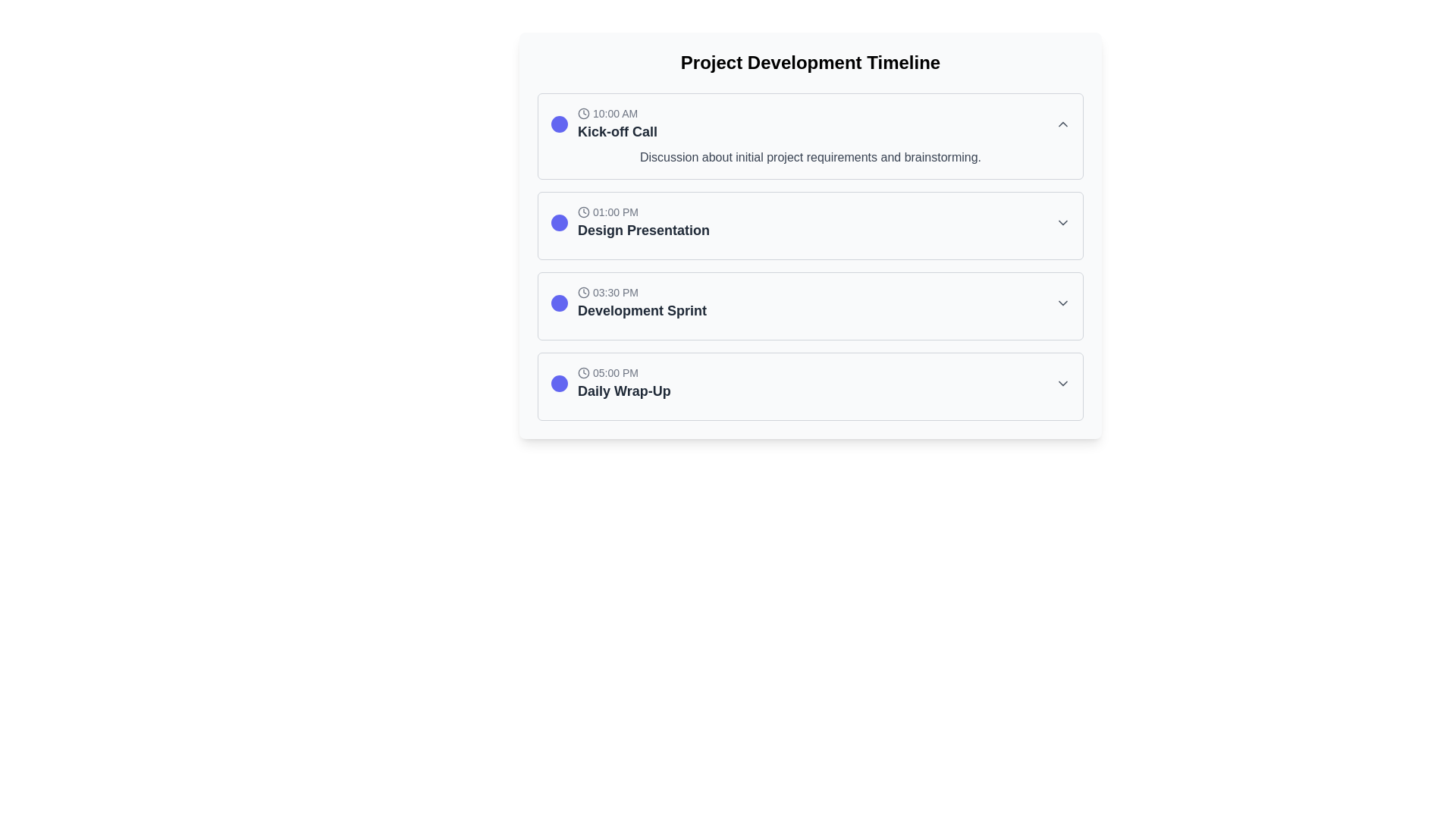 This screenshot has height=819, width=1456. What do you see at coordinates (582, 113) in the screenshot?
I see `the time icon located to the left of the text '10:00 AM' in the event entry of the timeline if it serves as an interactive button` at bounding box center [582, 113].